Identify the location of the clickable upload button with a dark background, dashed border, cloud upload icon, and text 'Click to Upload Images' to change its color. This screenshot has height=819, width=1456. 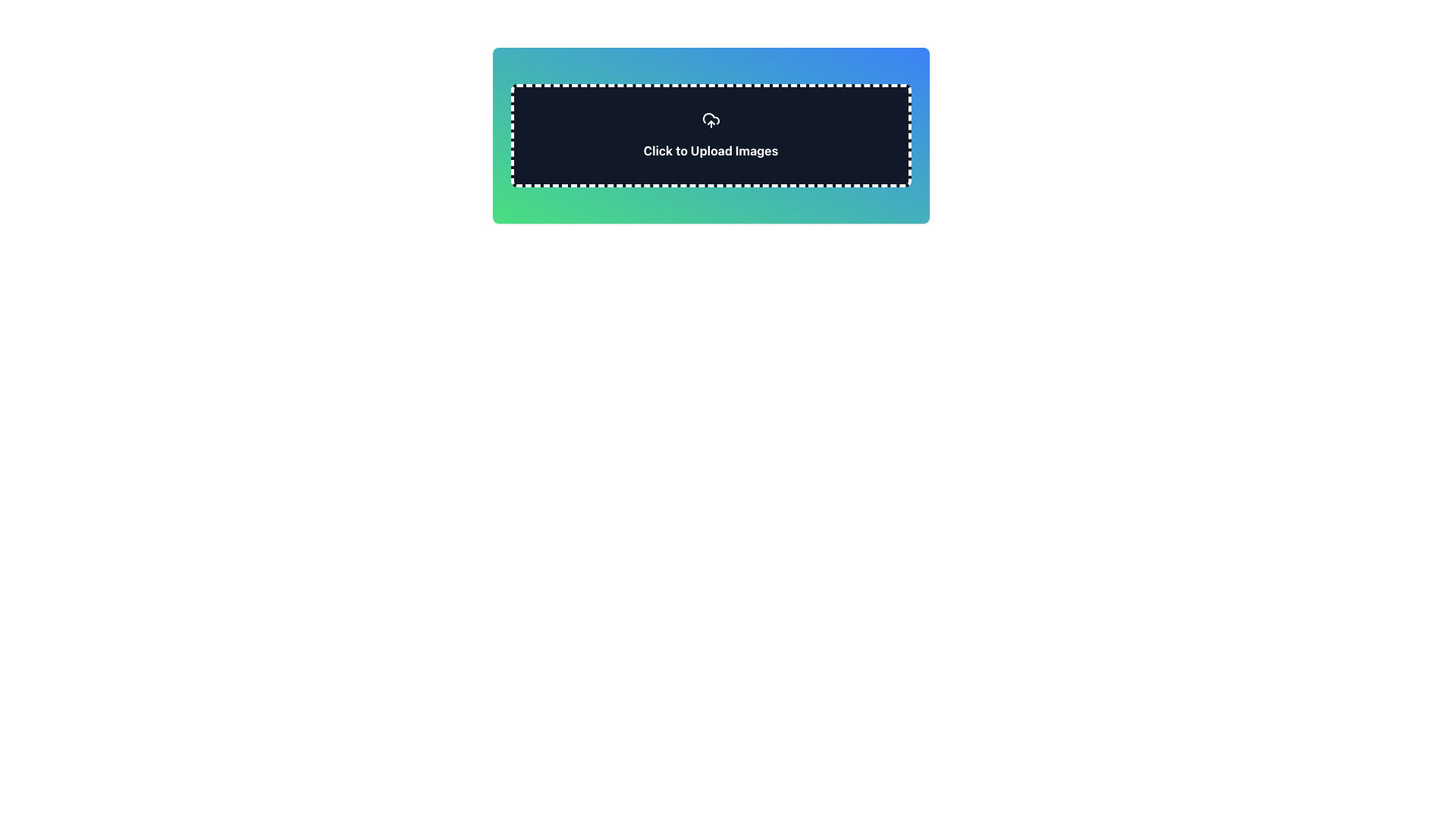
(710, 134).